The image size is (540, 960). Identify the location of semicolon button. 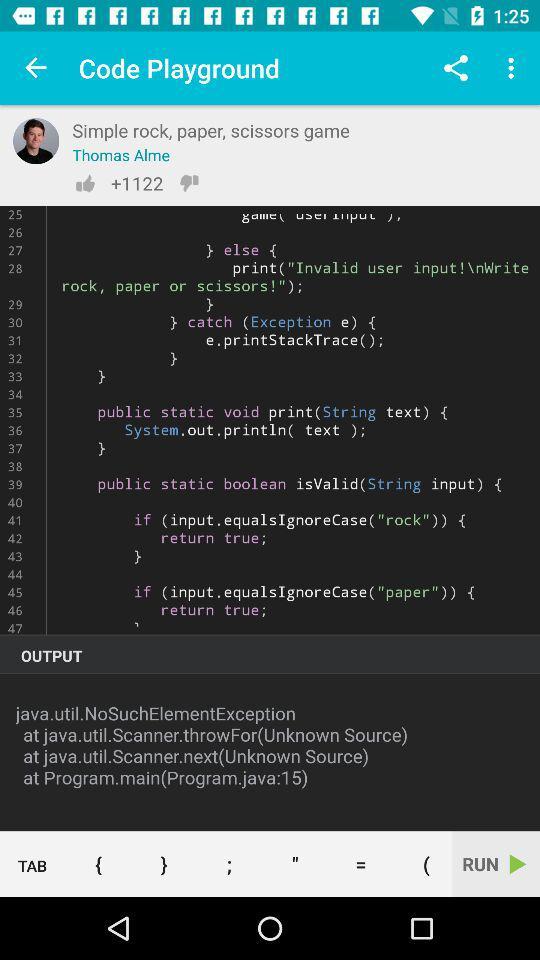
(228, 863).